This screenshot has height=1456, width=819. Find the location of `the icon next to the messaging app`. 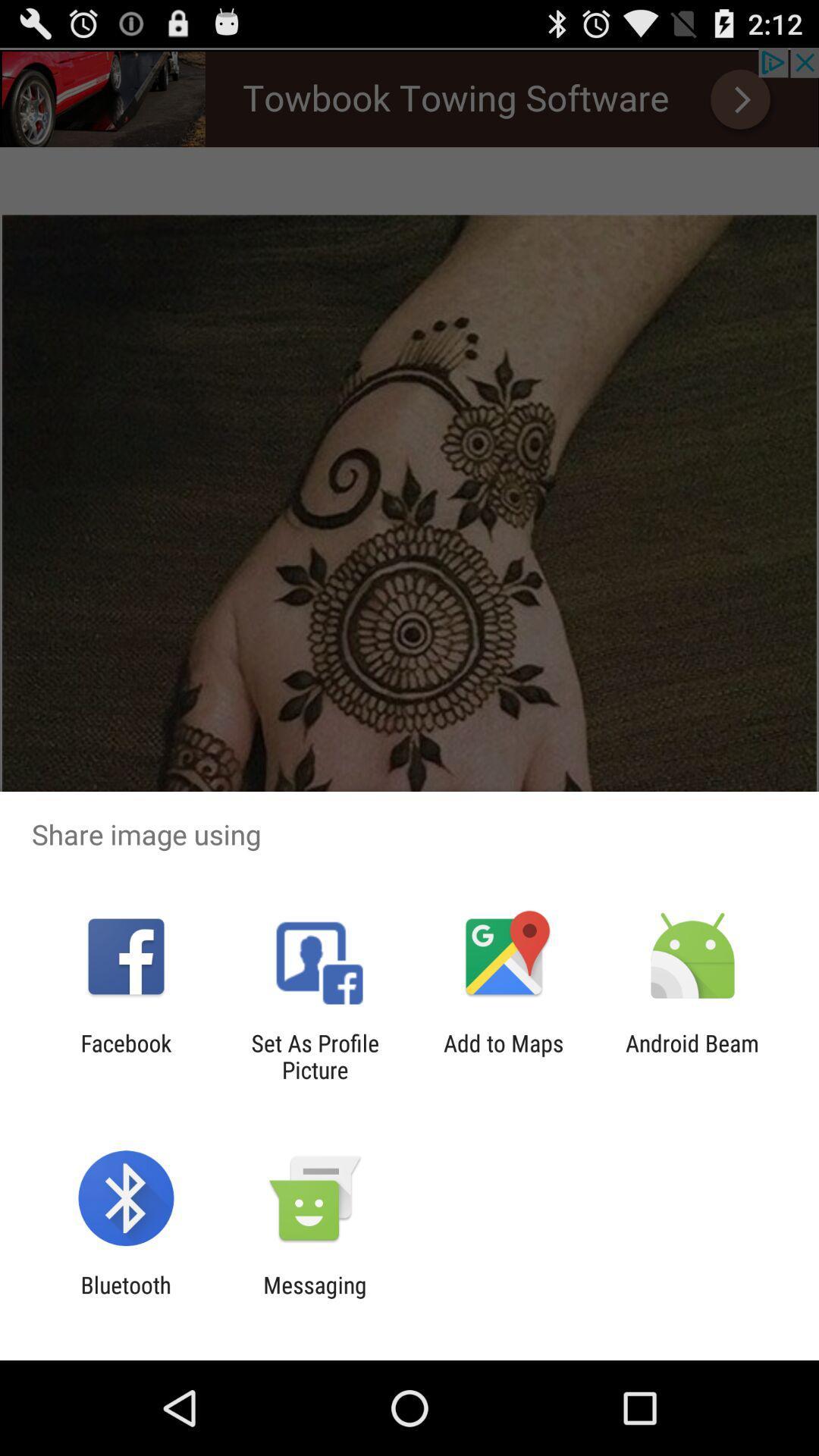

the icon next to the messaging app is located at coordinates (125, 1298).